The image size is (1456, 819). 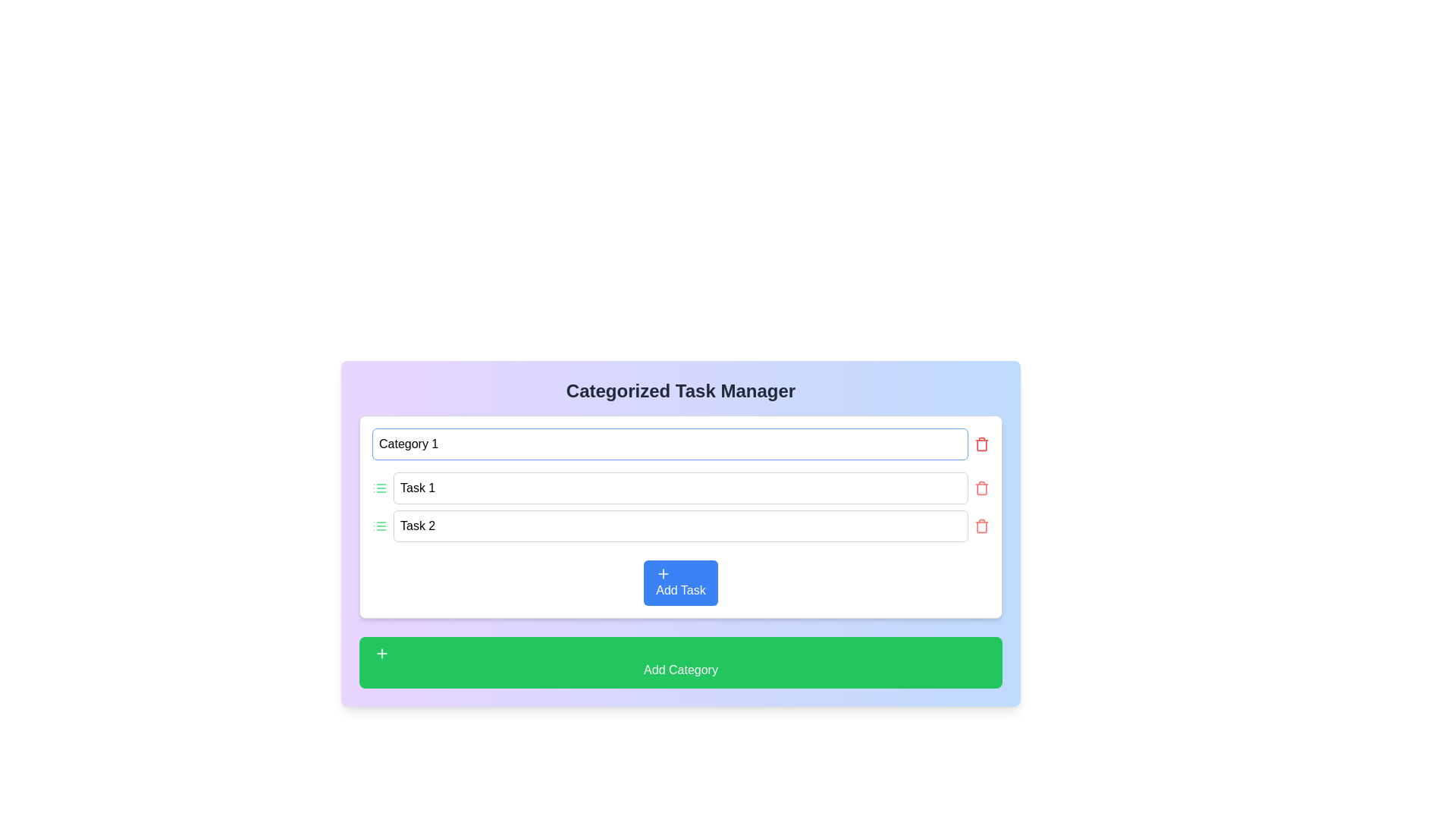 What do you see at coordinates (382, 652) in the screenshot?
I see `the small green circular button containing a white plus (+) icon` at bounding box center [382, 652].